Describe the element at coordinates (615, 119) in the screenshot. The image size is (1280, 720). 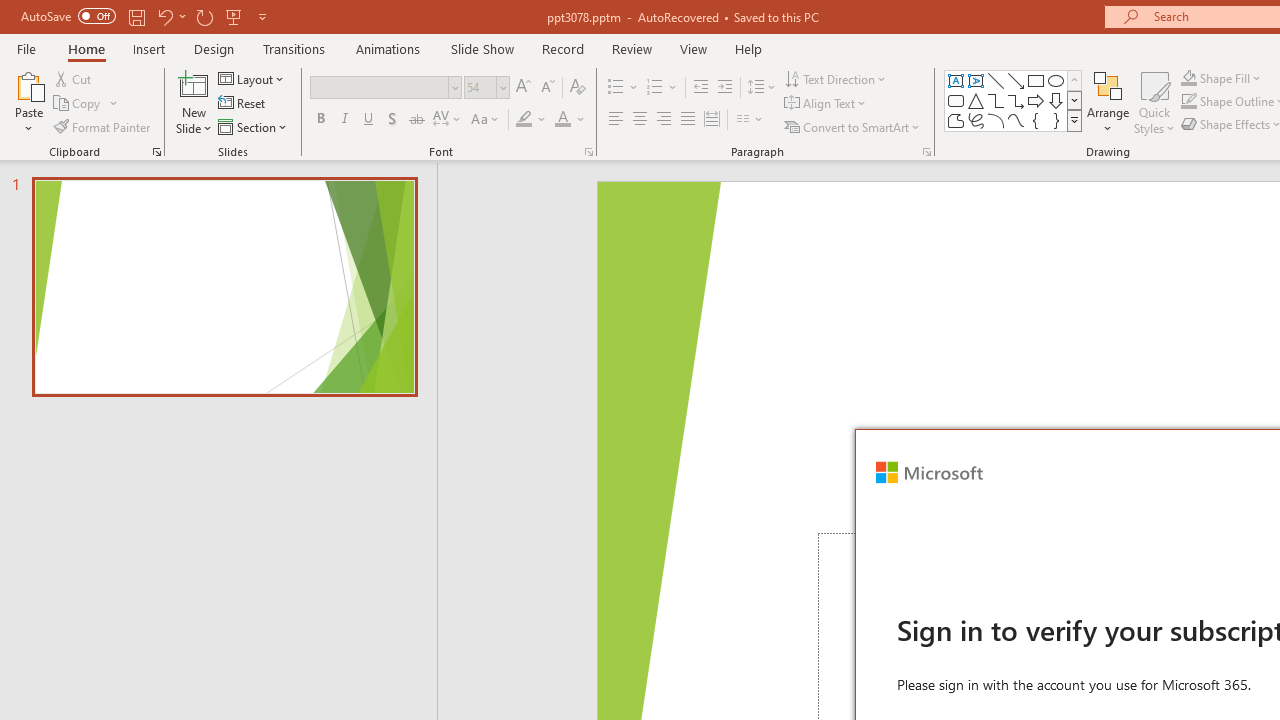
I see `'Align Left'` at that location.